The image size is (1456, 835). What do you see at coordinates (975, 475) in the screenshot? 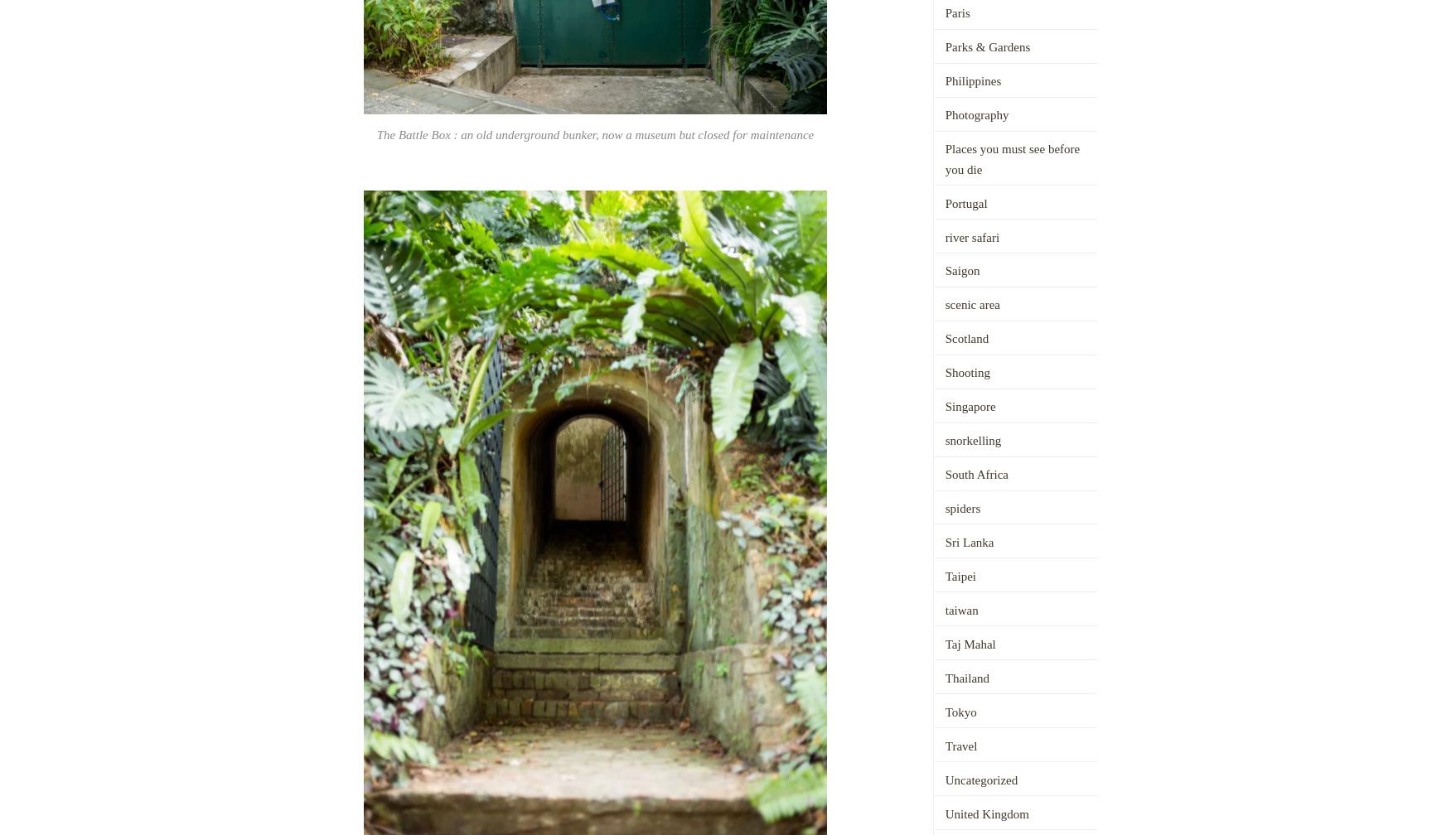
I see `'South Africa'` at bounding box center [975, 475].